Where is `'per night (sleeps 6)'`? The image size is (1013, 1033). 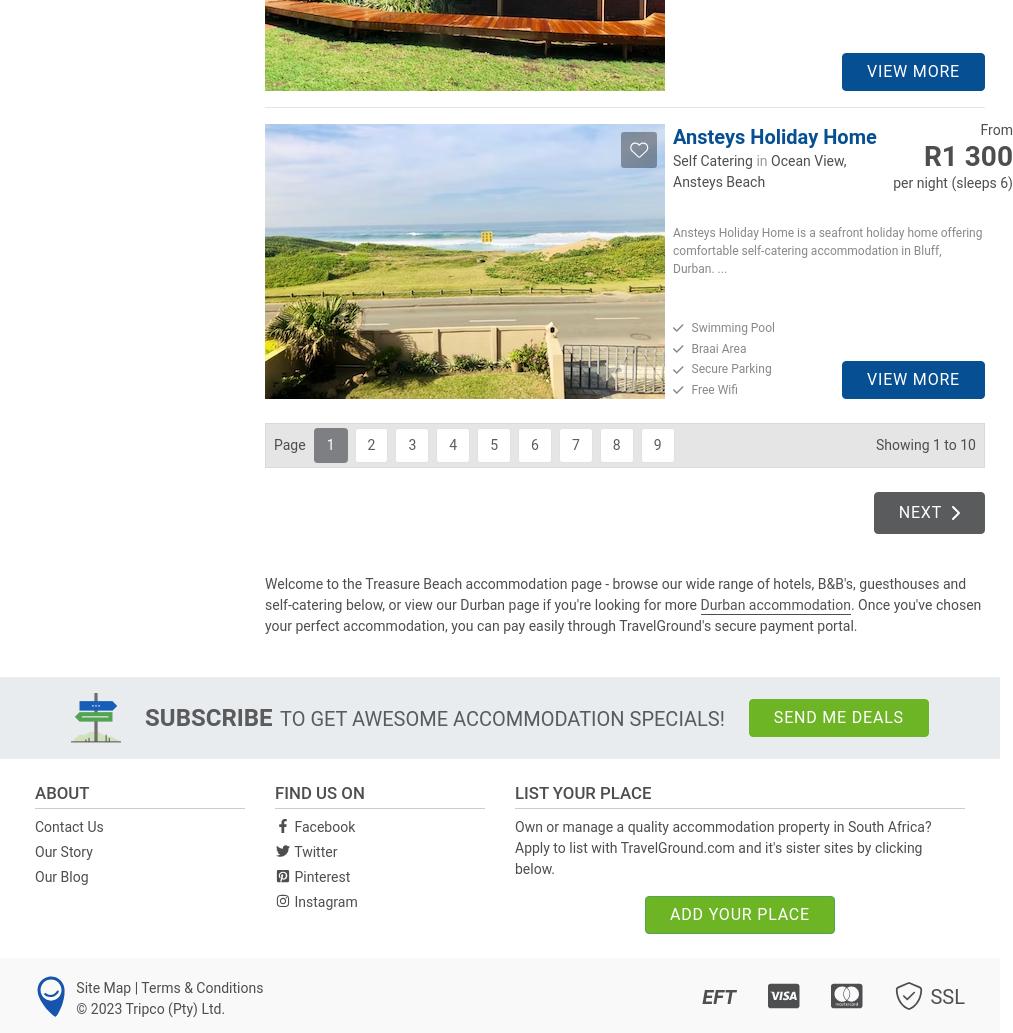 'per night (sleeps 6)' is located at coordinates (953, 182).